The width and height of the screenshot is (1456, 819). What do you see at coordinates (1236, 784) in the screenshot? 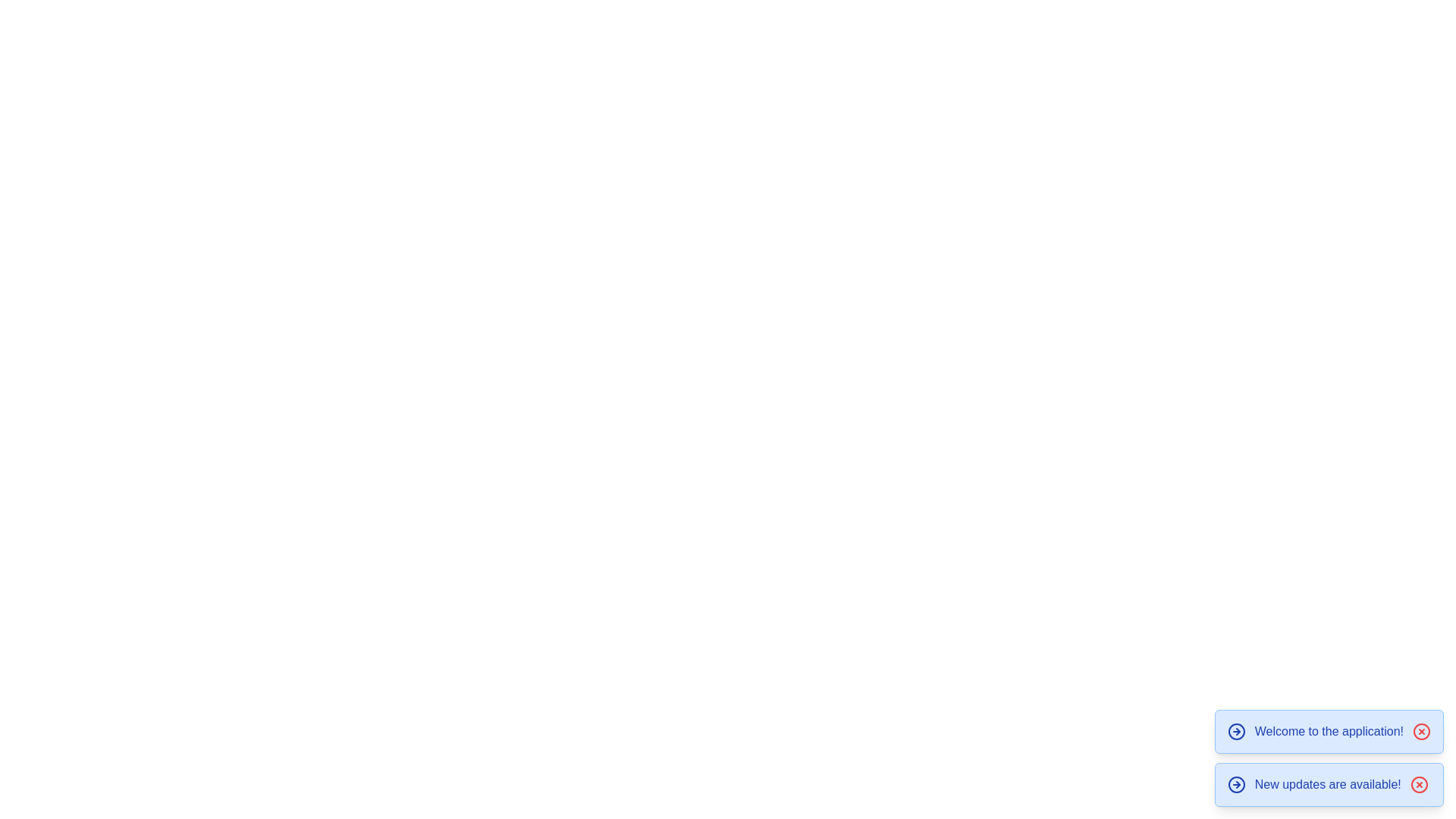
I see `the small circular icon with a blue outline and a right-pointing arrow, located at the left end of the notification strip that displays 'New updates are available!'` at bounding box center [1236, 784].